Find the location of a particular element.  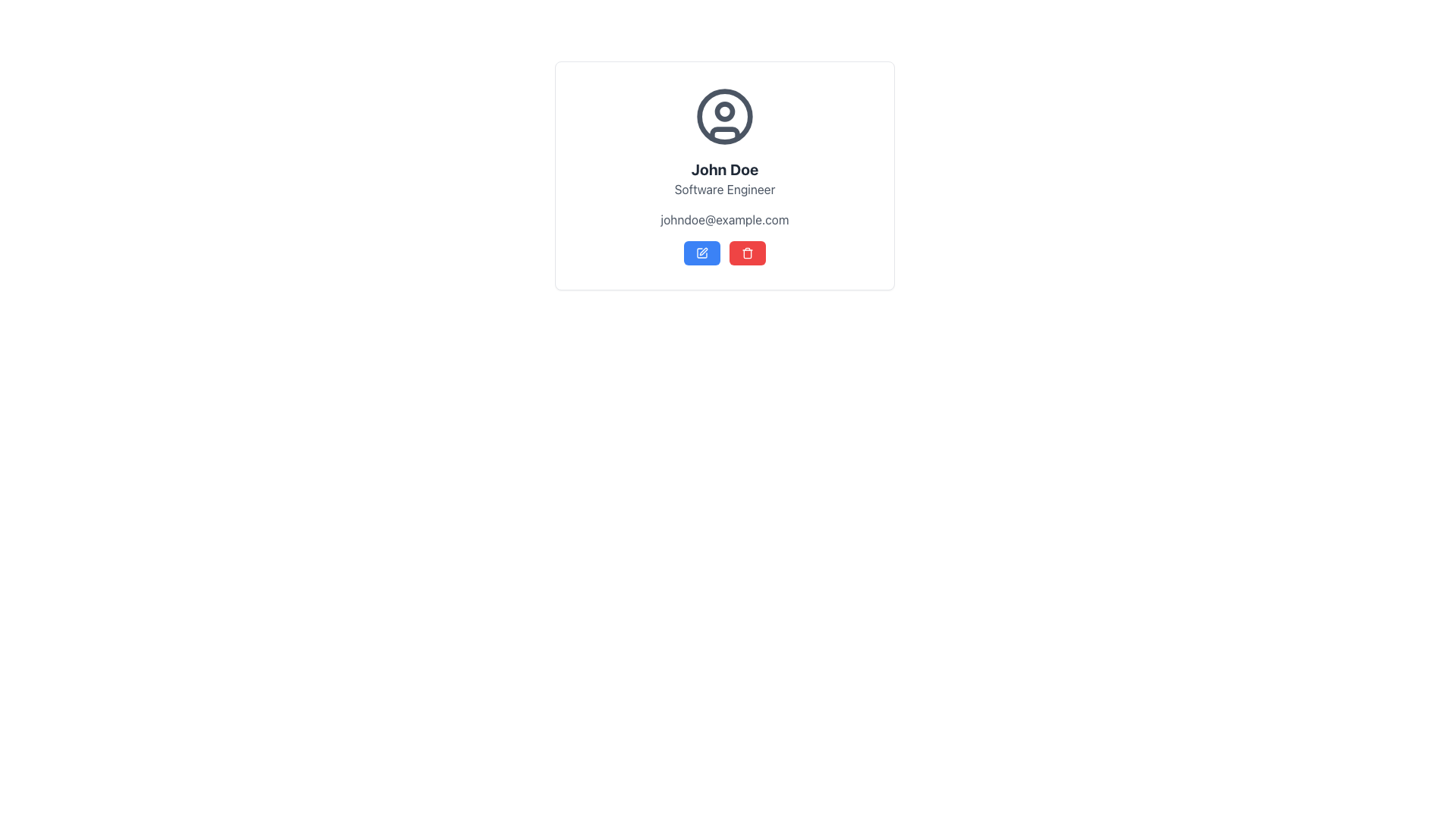

the contact detail text element that appears as the last visible item in the user information card, located under the title 'Software Engineer' is located at coordinates (723, 219).